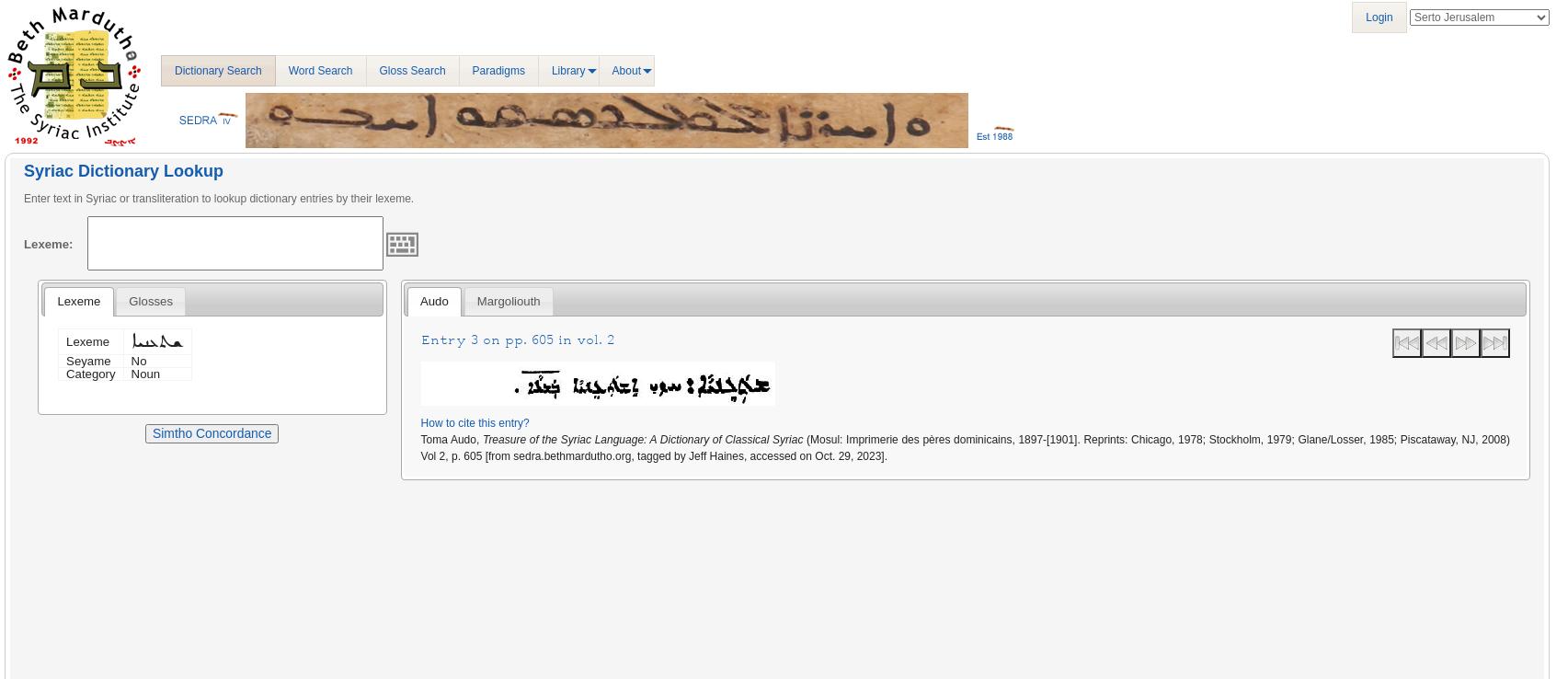 This screenshot has height=679, width=1568. I want to click on 'No', so click(138, 359).